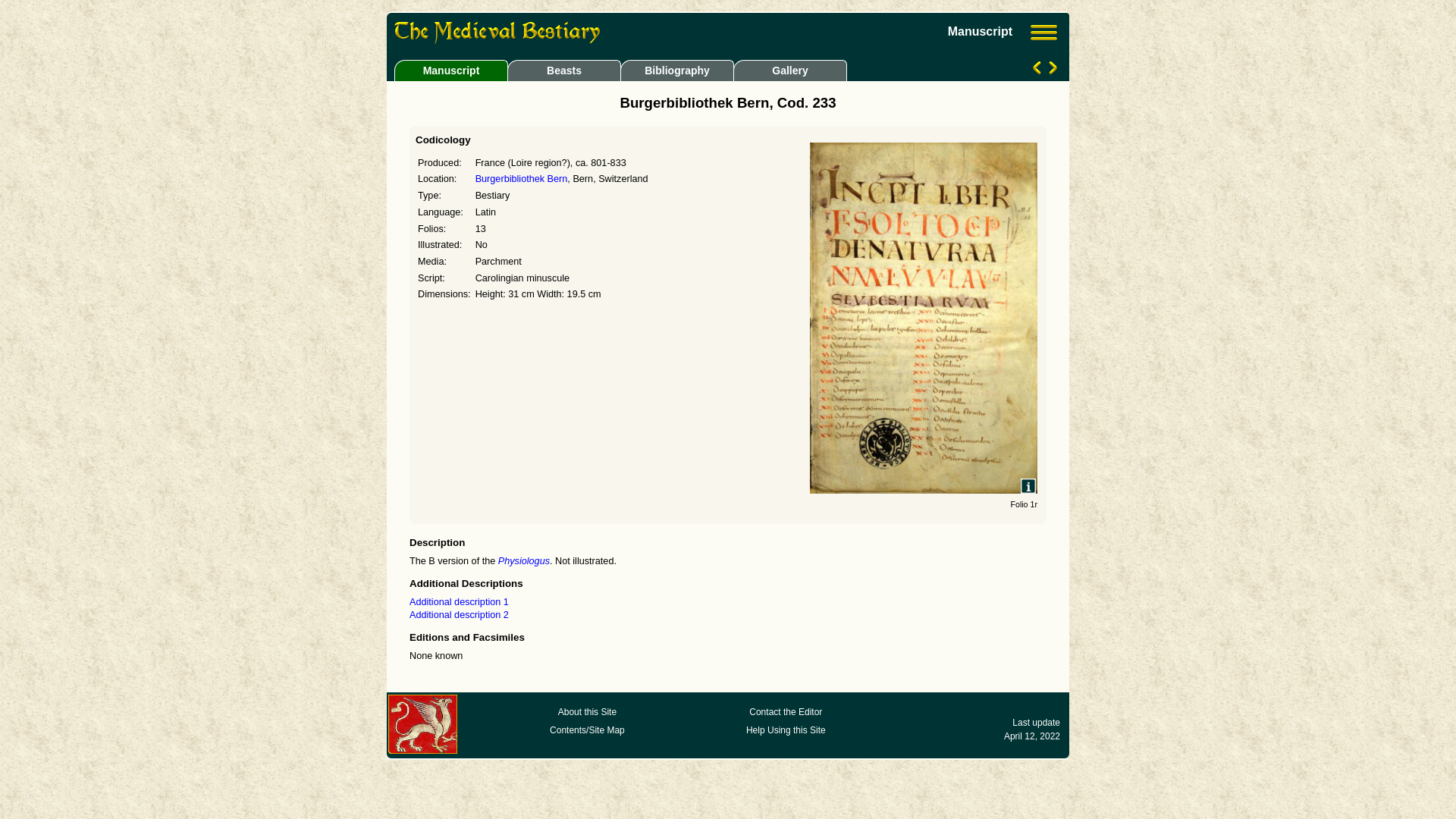 The width and height of the screenshot is (1456, 819). What do you see at coordinates (458, 614) in the screenshot?
I see `'Additional description 2'` at bounding box center [458, 614].